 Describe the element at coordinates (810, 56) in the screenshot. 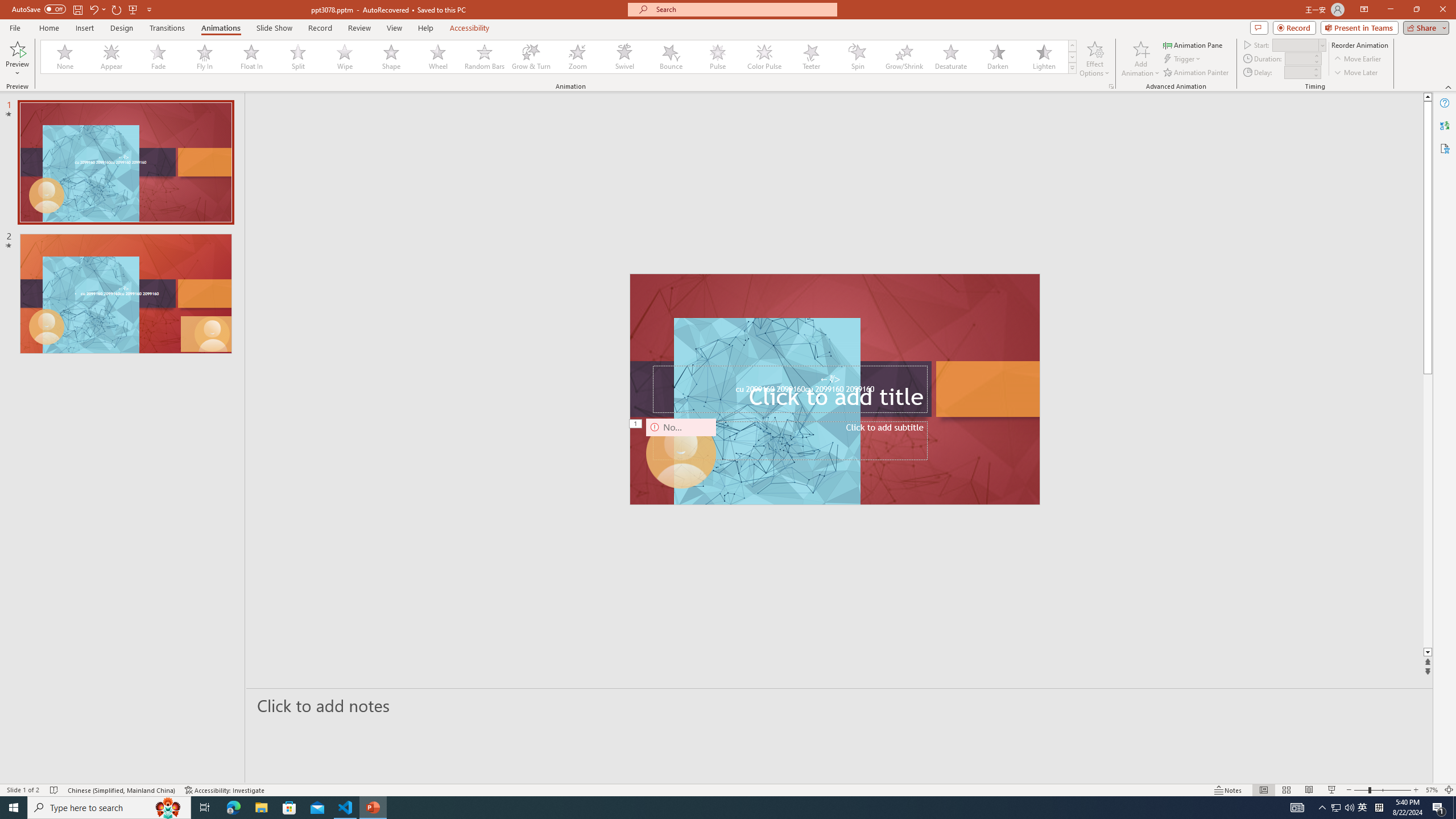

I see `'Teeter'` at that location.